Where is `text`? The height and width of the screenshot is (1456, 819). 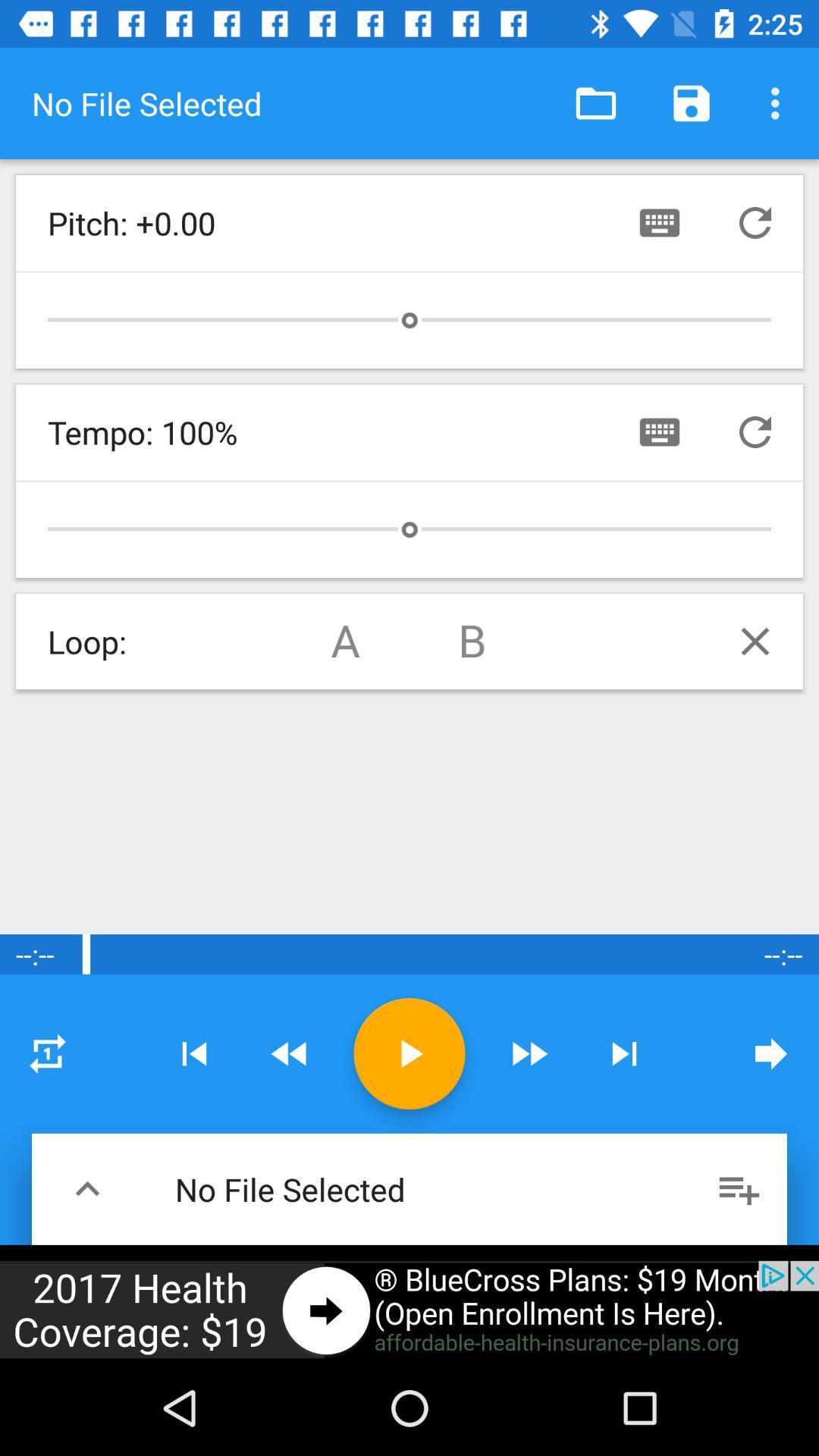 text is located at coordinates (659, 431).